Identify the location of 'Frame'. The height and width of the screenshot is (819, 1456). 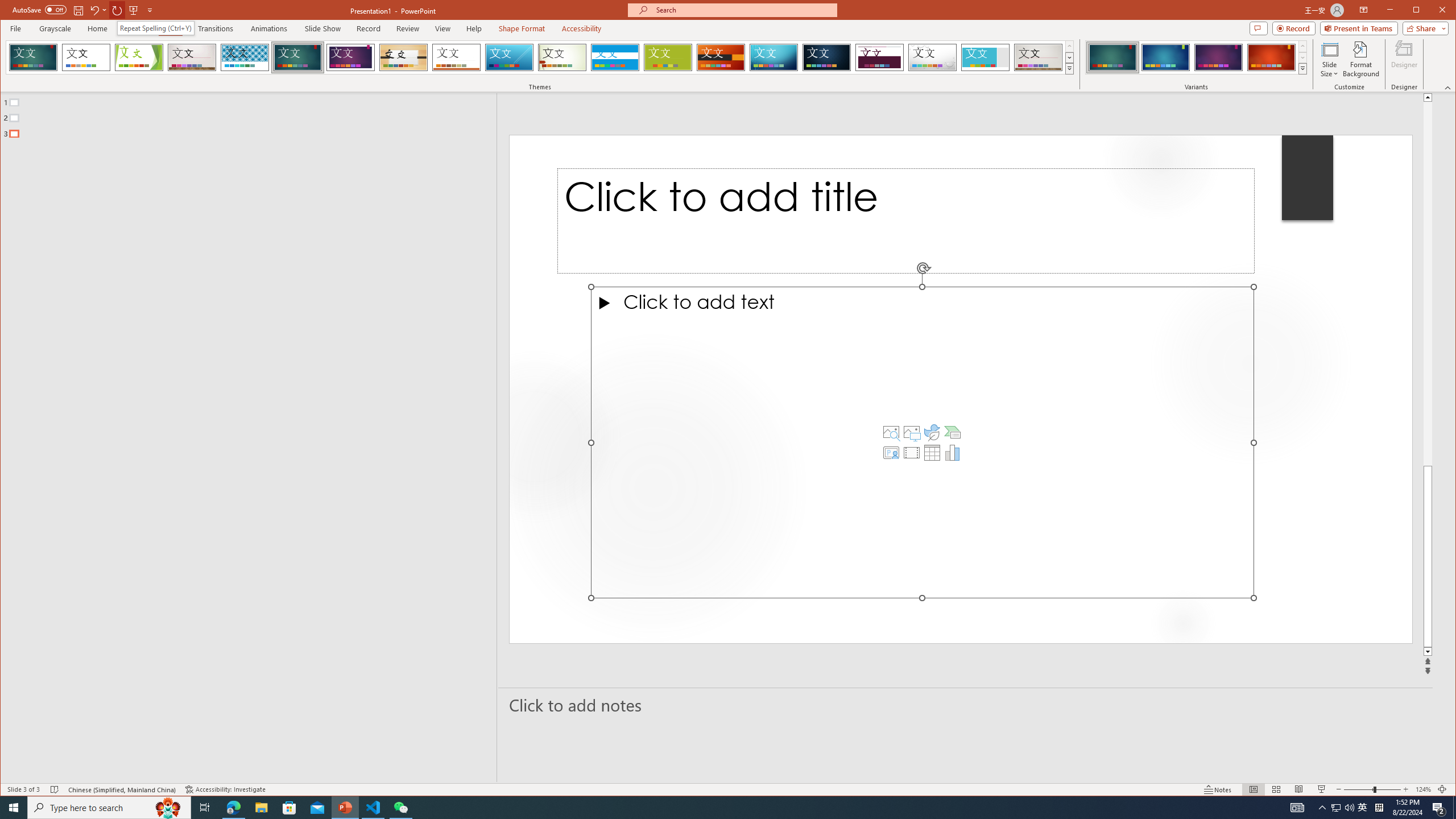
(985, 57).